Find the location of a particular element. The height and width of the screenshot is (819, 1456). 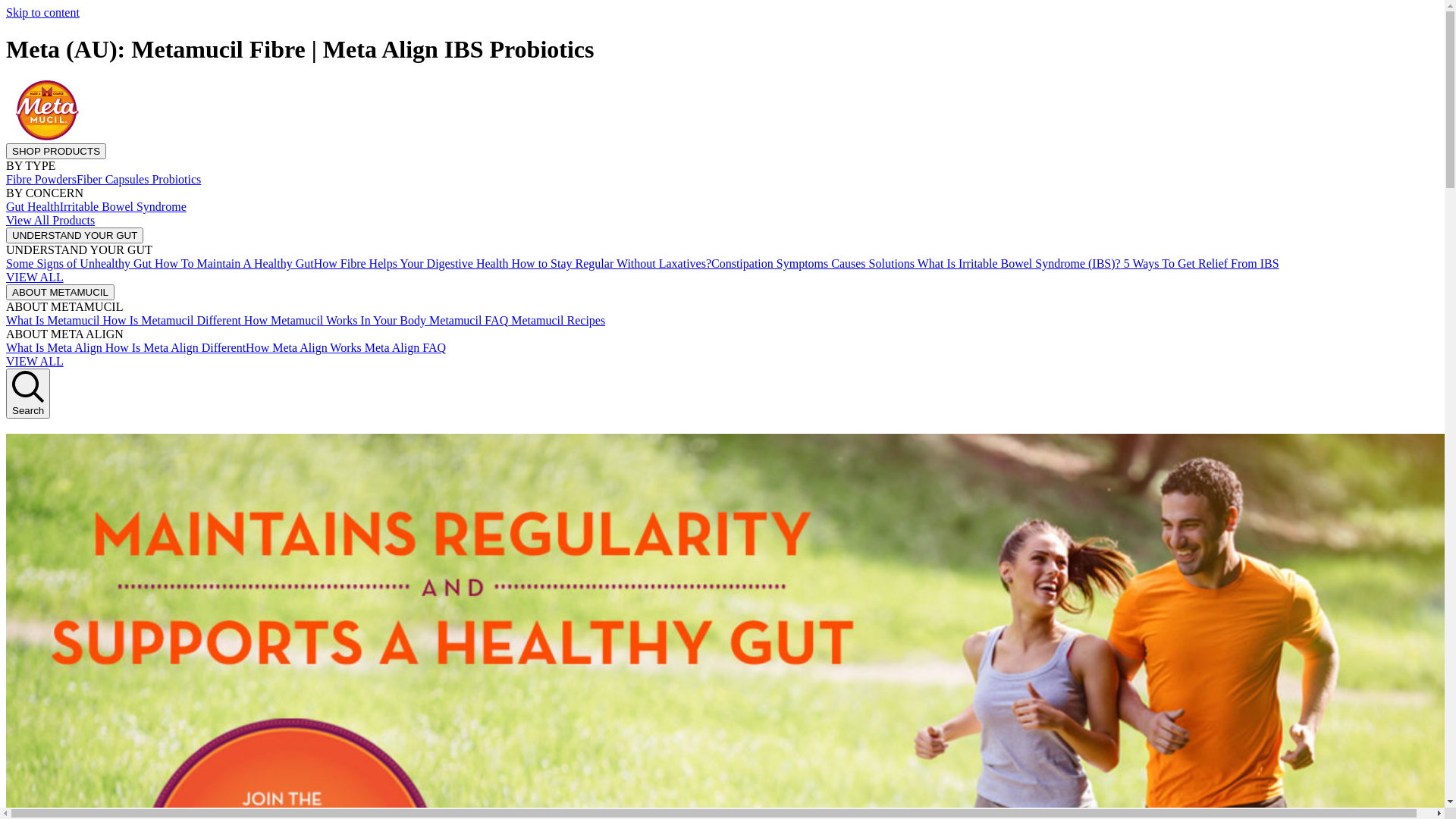

'Brand Logo' is located at coordinates (6, 135).